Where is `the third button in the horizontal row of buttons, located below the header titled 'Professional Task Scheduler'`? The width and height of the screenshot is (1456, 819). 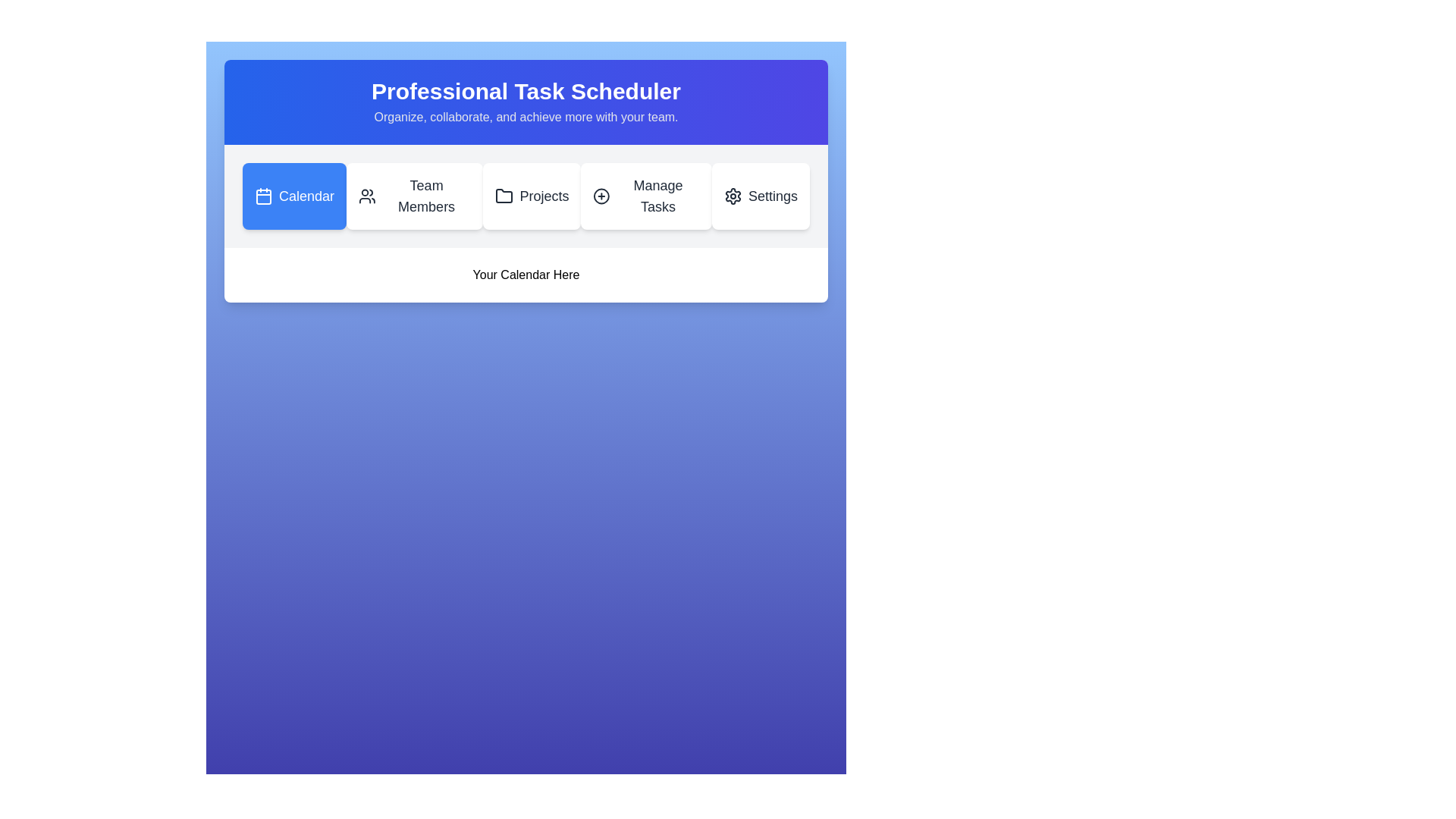
the third button in the horizontal row of buttons, located below the header titled 'Professional Task Scheduler' is located at coordinates (532, 195).